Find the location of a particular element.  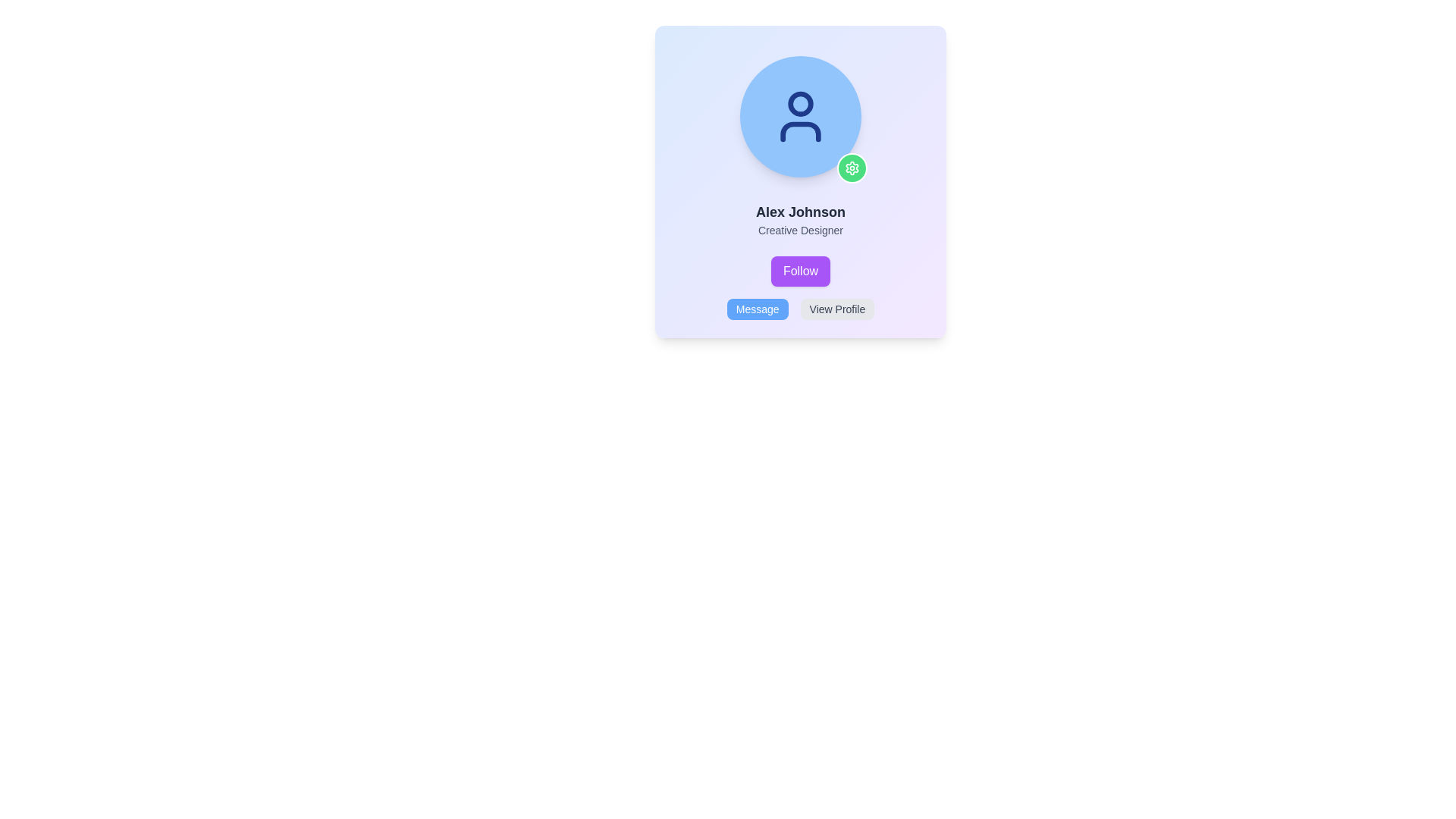

the small blue circular SVG element that represents the head of the abstract user icon located at the top center of the profile's user avatar area is located at coordinates (800, 103).